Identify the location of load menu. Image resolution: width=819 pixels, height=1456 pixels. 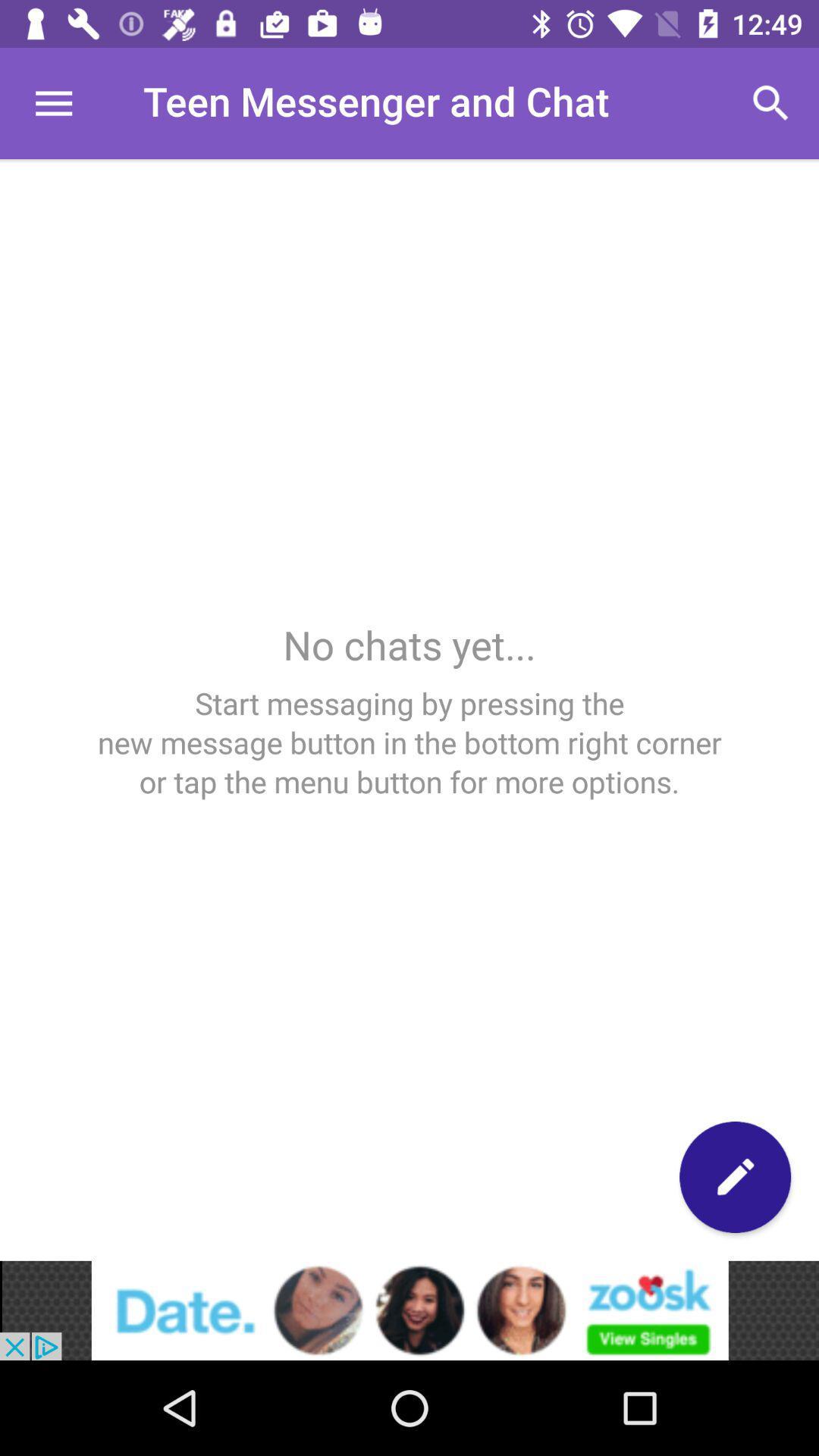
(52, 102).